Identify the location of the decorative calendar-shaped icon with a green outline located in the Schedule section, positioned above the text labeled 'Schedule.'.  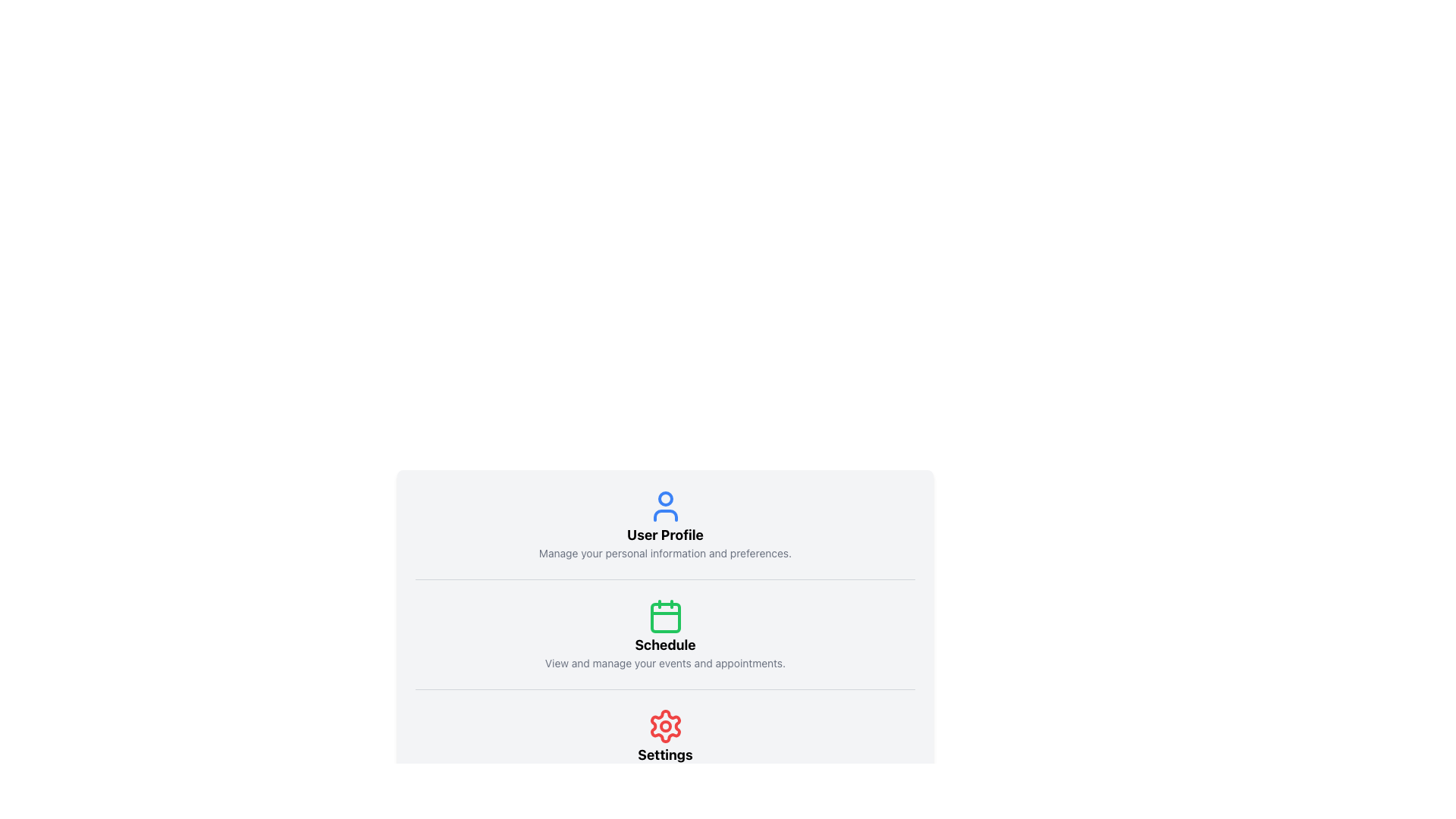
(665, 617).